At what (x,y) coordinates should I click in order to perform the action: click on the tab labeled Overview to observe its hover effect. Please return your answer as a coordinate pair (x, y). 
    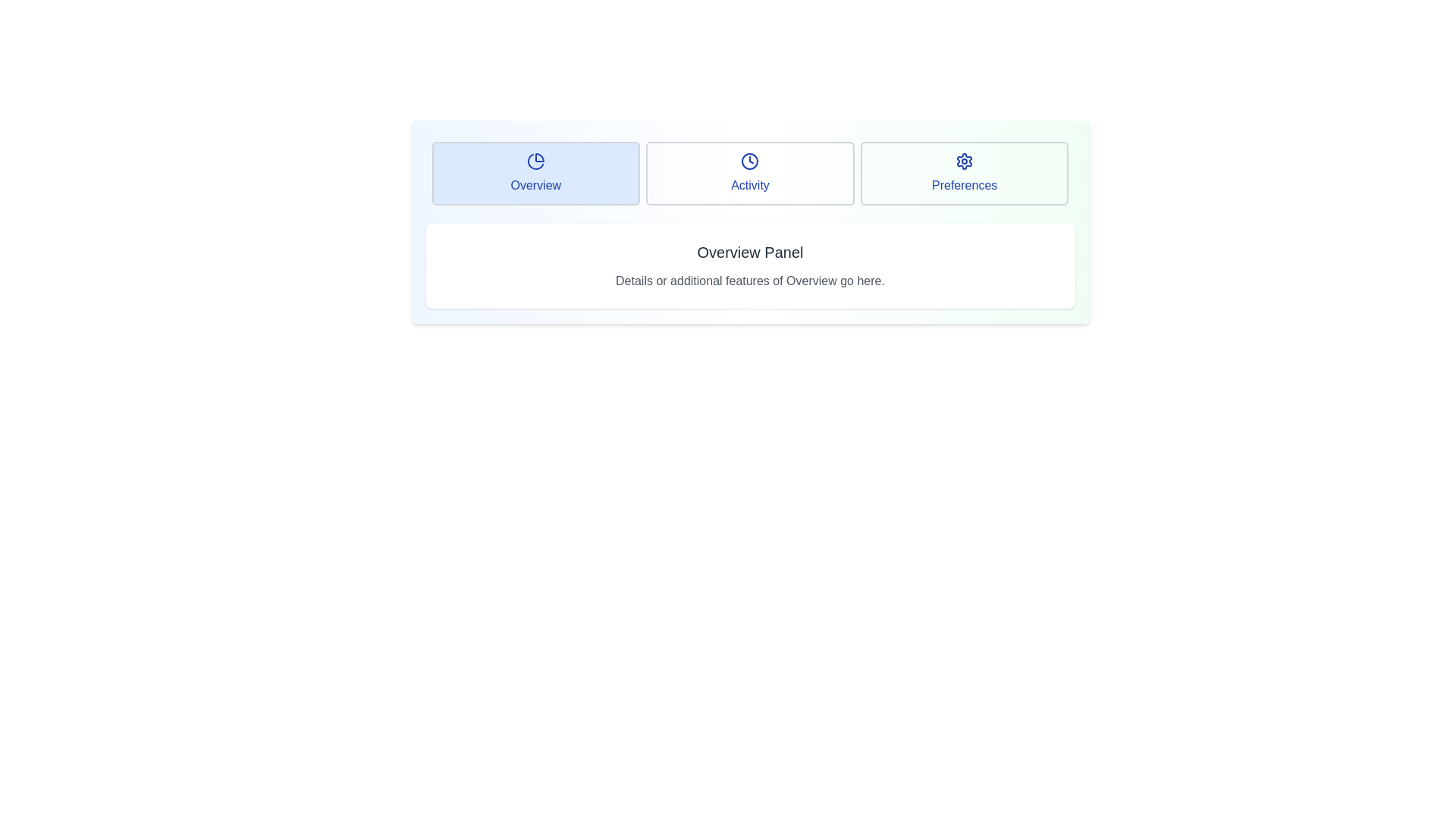
    Looking at the image, I should click on (535, 172).